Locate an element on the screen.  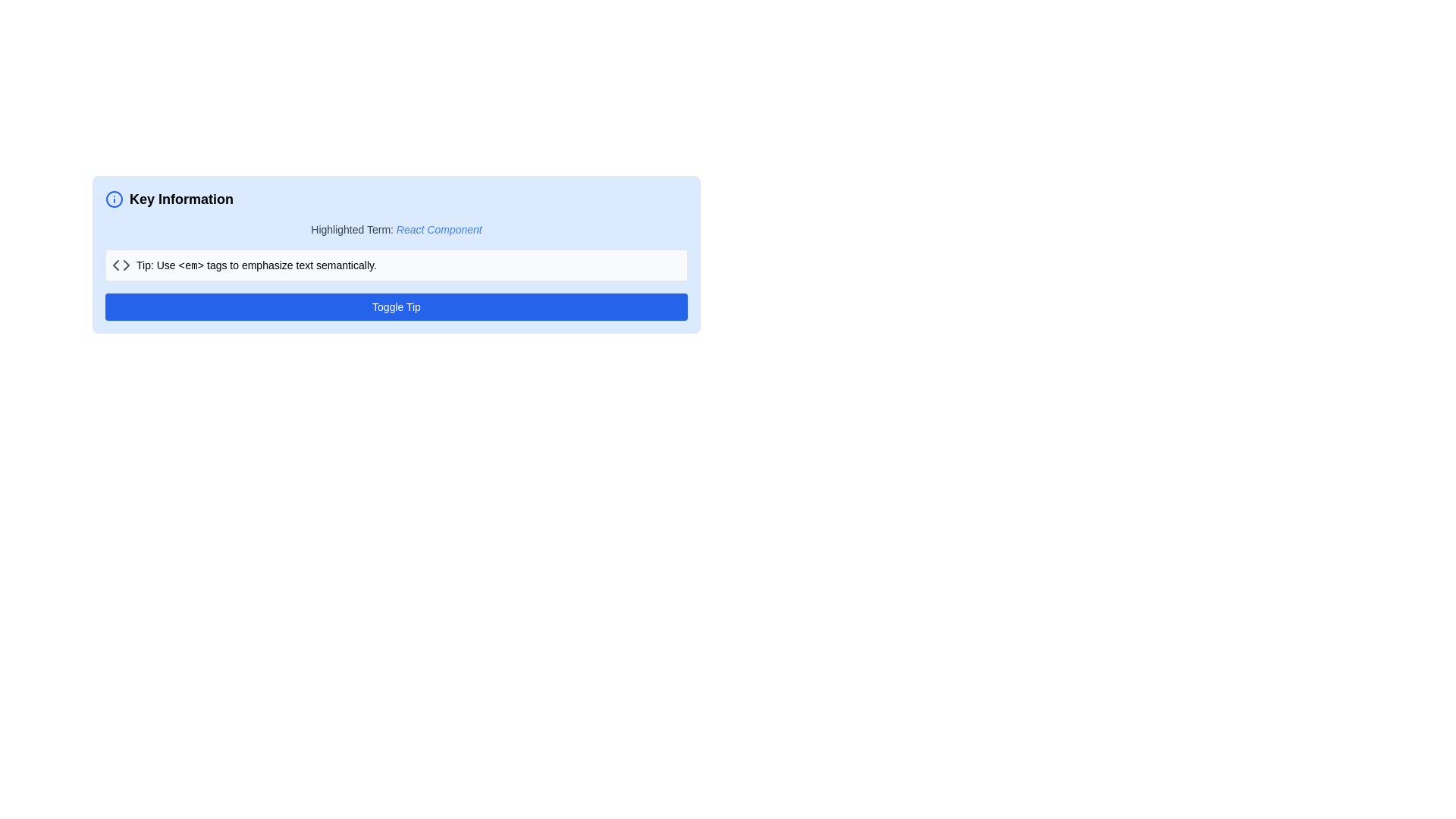
the text snippet element that is rendered as '<em>' within the tooltip instruction, which is part of the line reading 'Tip: Use <em> tags to emphasize text semantically.' is located at coordinates (190, 265).